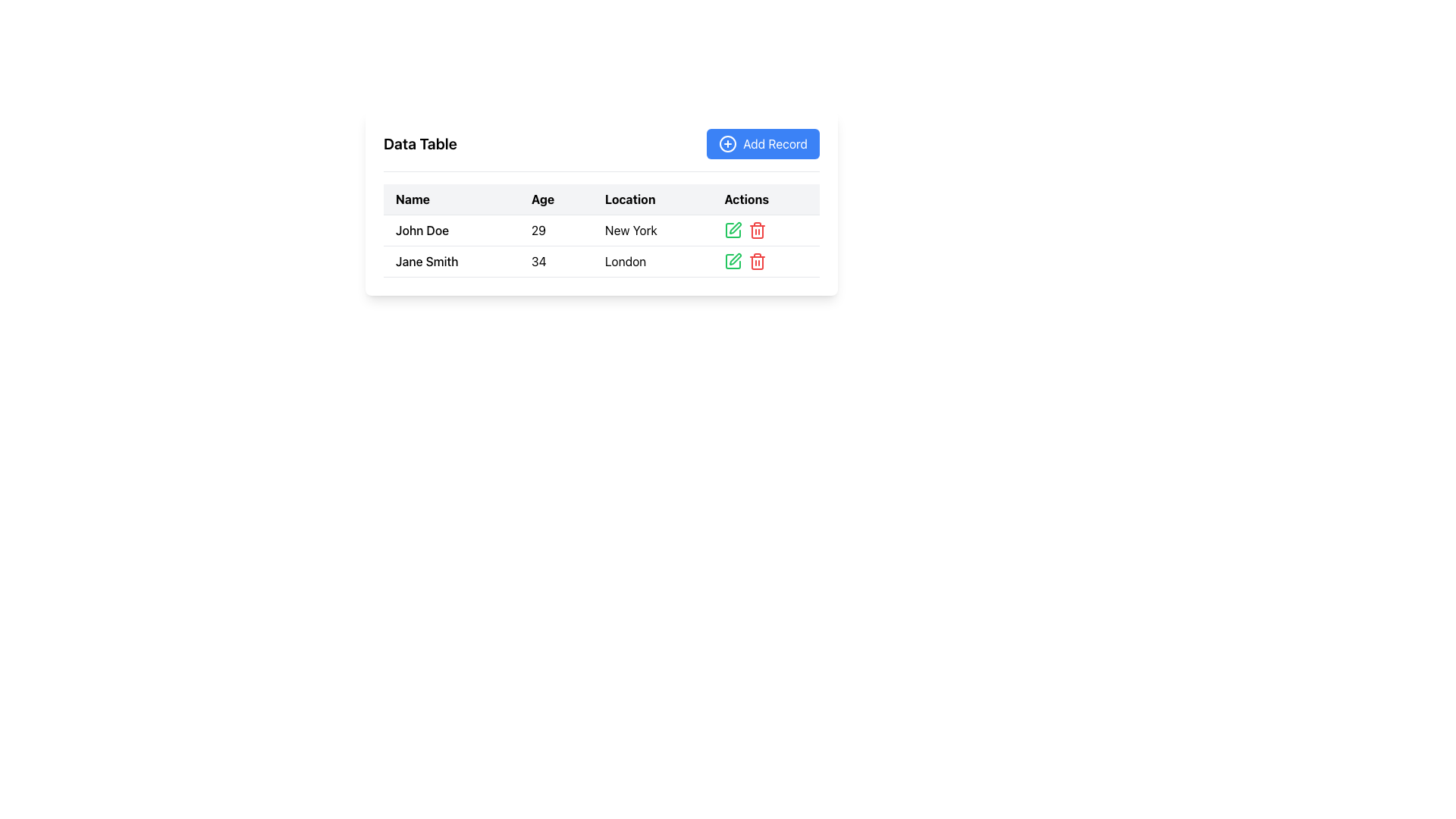 The height and width of the screenshot is (819, 1456). Describe the element at coordinates (758, 260) in the screenshot. I see `the red trash can icon button used for delete actions, located in the 'Actions' column of the second row of the table` at that location.